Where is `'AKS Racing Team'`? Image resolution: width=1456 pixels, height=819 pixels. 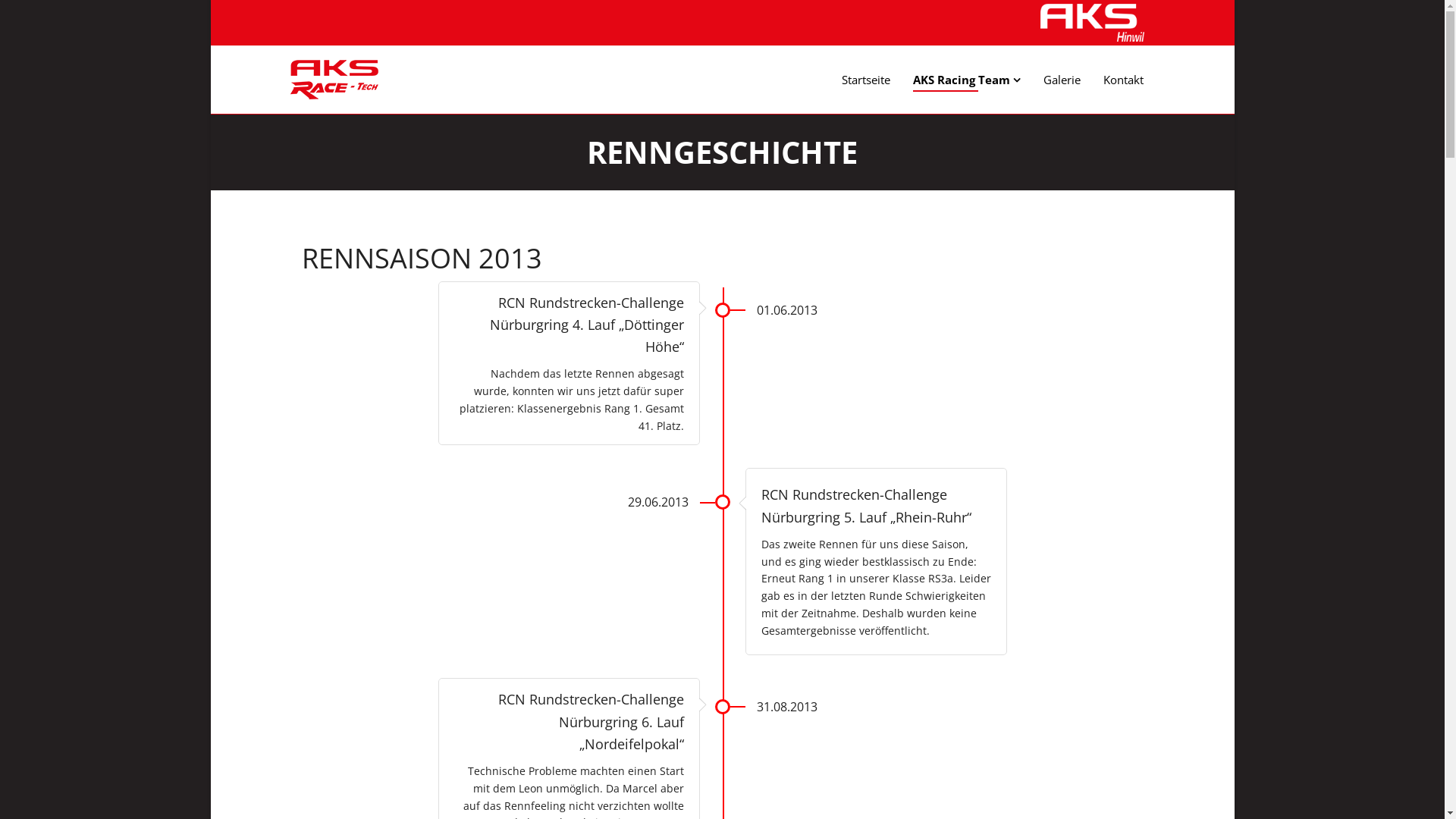
'AKS Racing Team' is located at coordinates (965, 80).